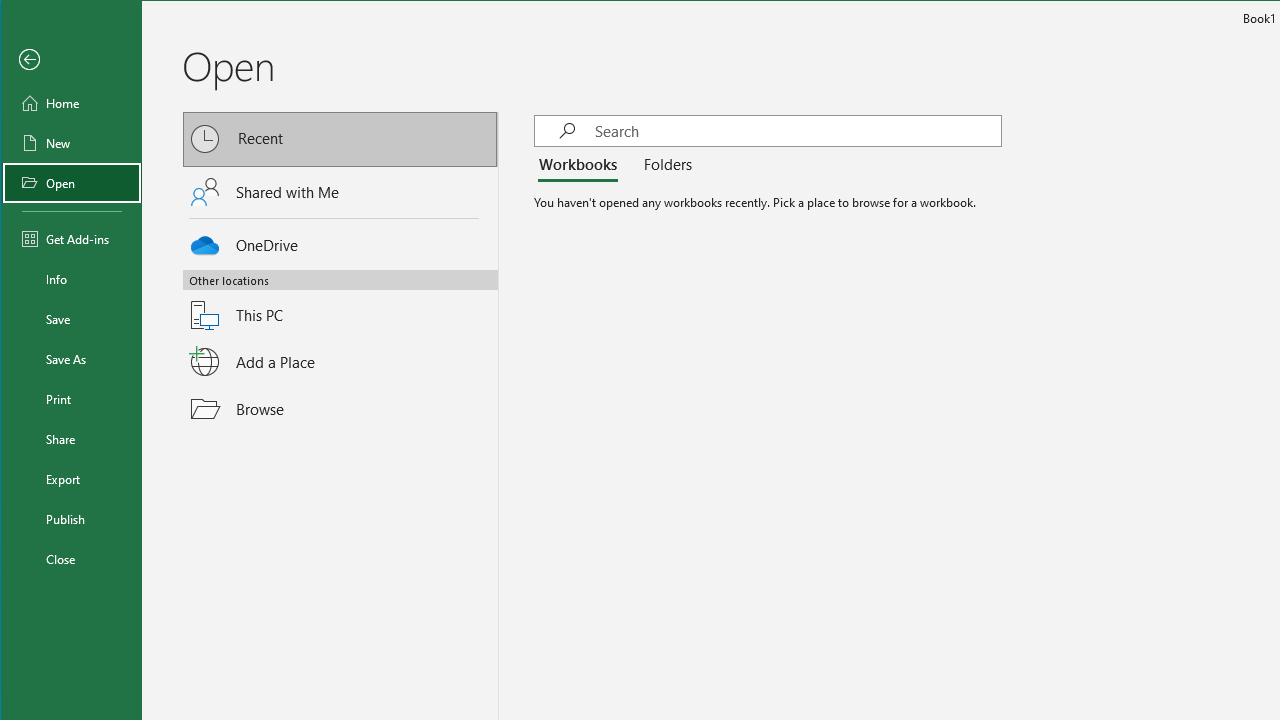  Describe the element at coordinates (797, 131) in the screenshot. I see `'Search'` at that location.